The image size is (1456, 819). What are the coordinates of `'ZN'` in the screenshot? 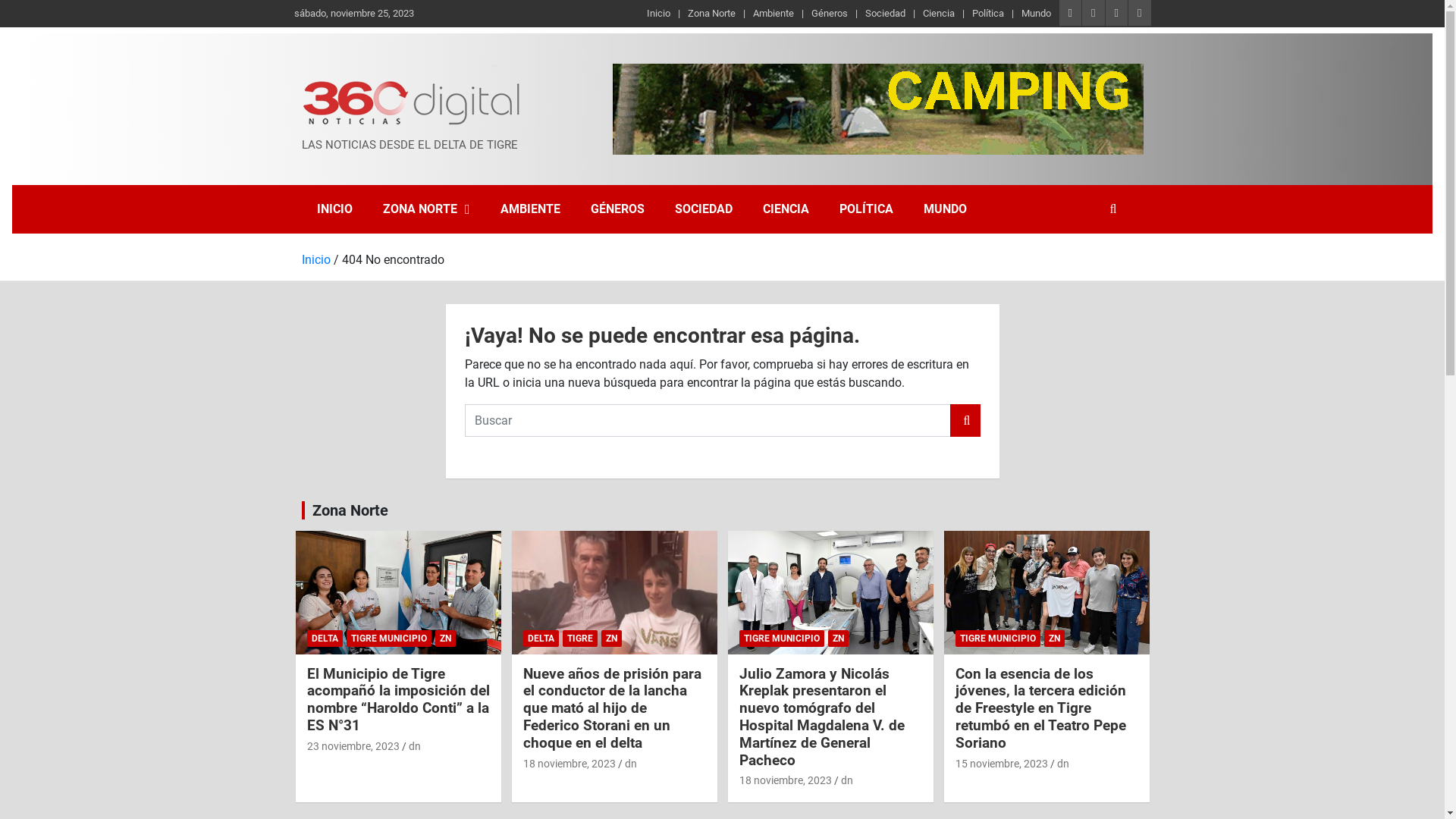 It's located at (1053, 638).